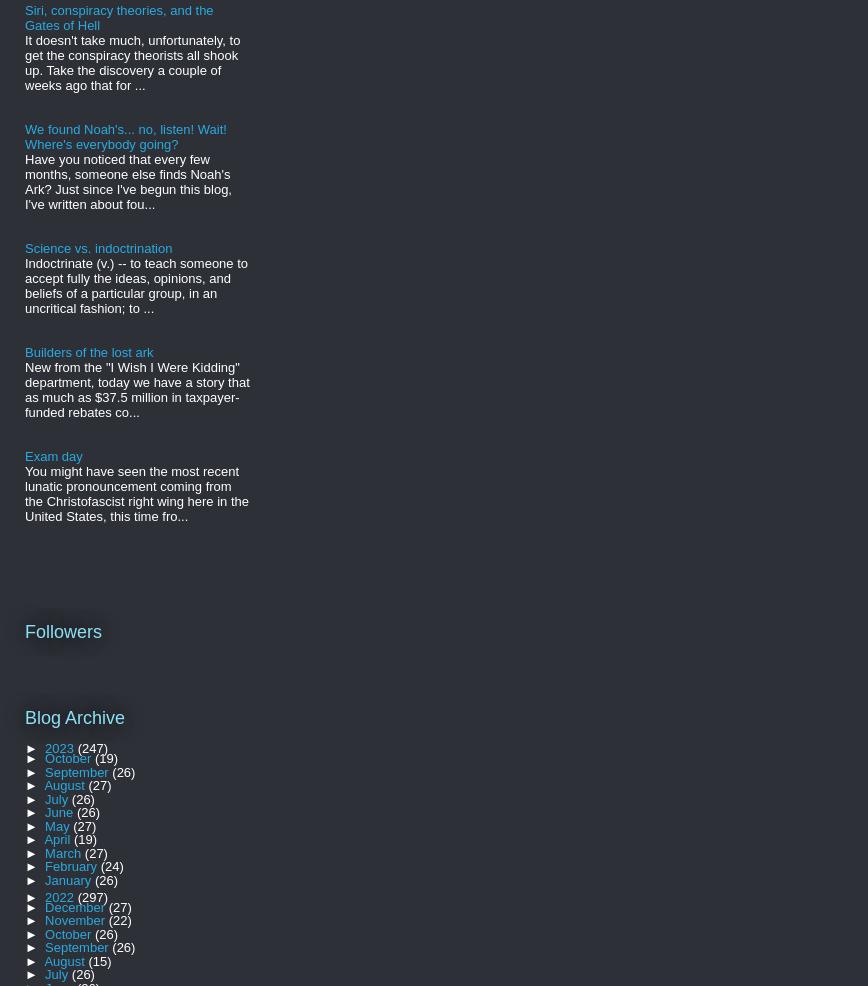 This screenshot has width=868, height=986. Describe the element at coordinates (136, 284) in the screenshot. I see `'Indoctrinate  (v.) -- to teach someone to accept fully the ideas, opinions, and beliefs of a particular group, in an uncritical fashion; to ...'` at that location.